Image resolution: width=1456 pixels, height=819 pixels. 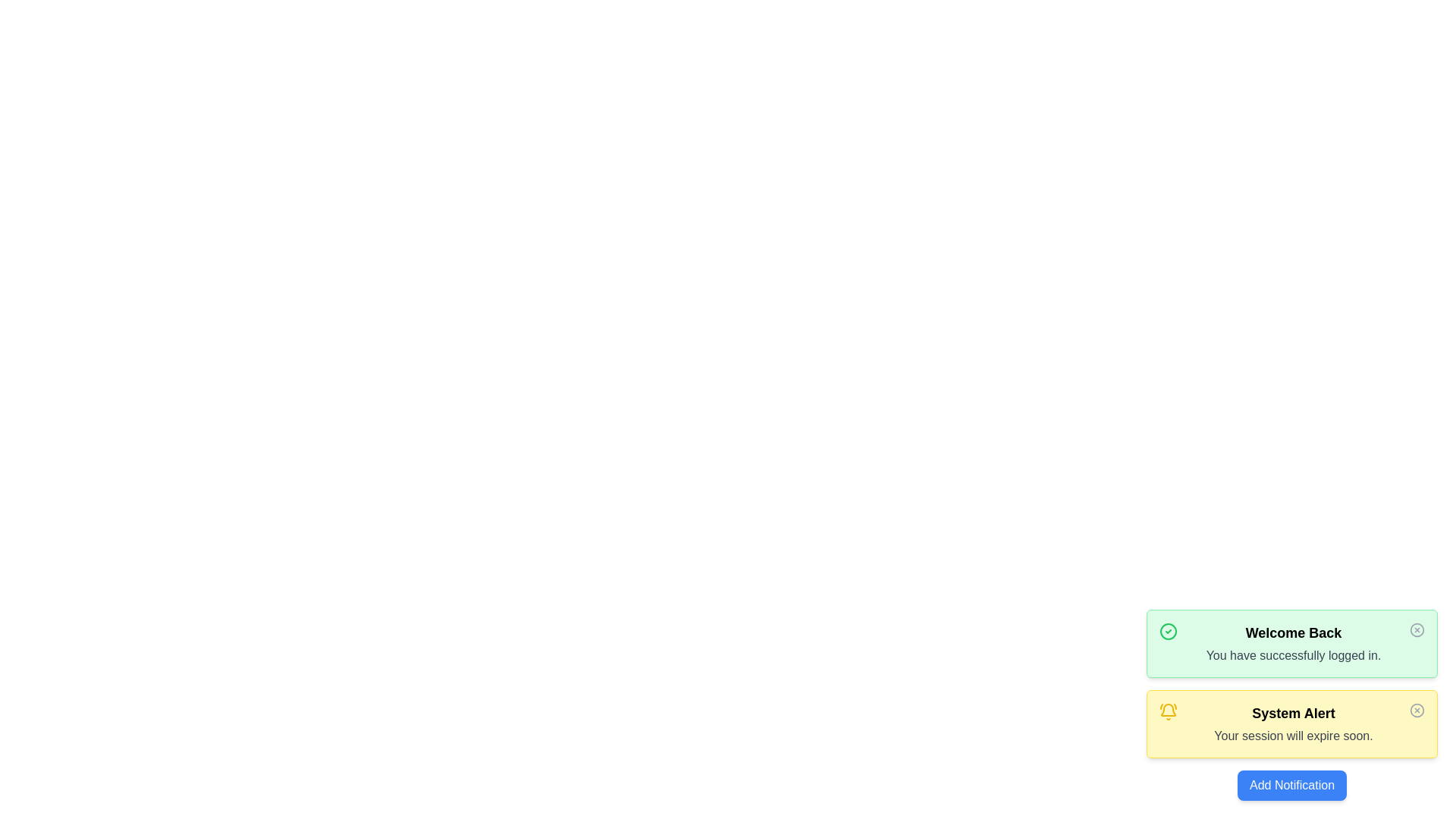 I want to click on the heading text of the notification area, so click(x=1292, y=632).